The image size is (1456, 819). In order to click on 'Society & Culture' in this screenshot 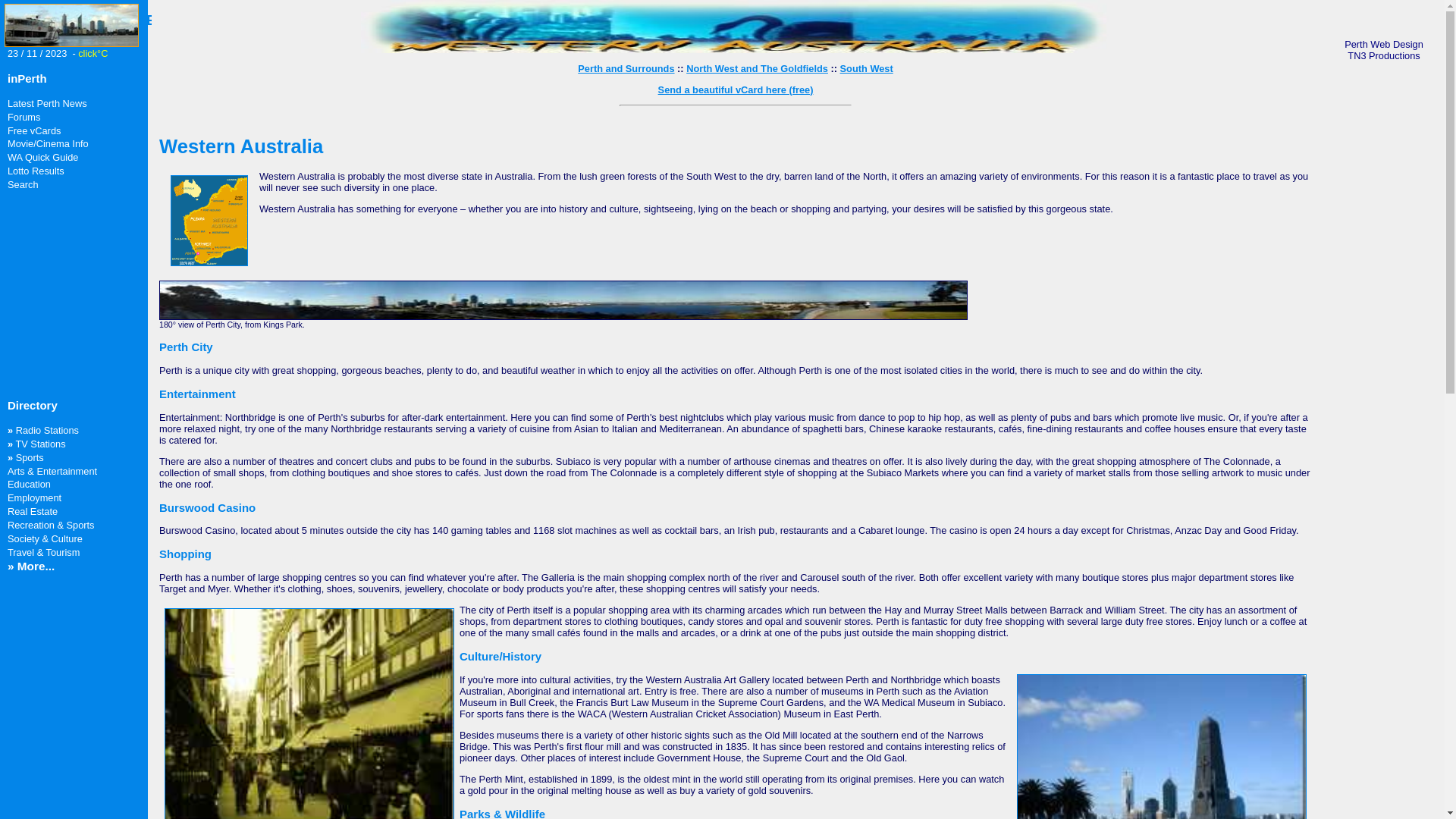, I will do `click(7, 538)`.